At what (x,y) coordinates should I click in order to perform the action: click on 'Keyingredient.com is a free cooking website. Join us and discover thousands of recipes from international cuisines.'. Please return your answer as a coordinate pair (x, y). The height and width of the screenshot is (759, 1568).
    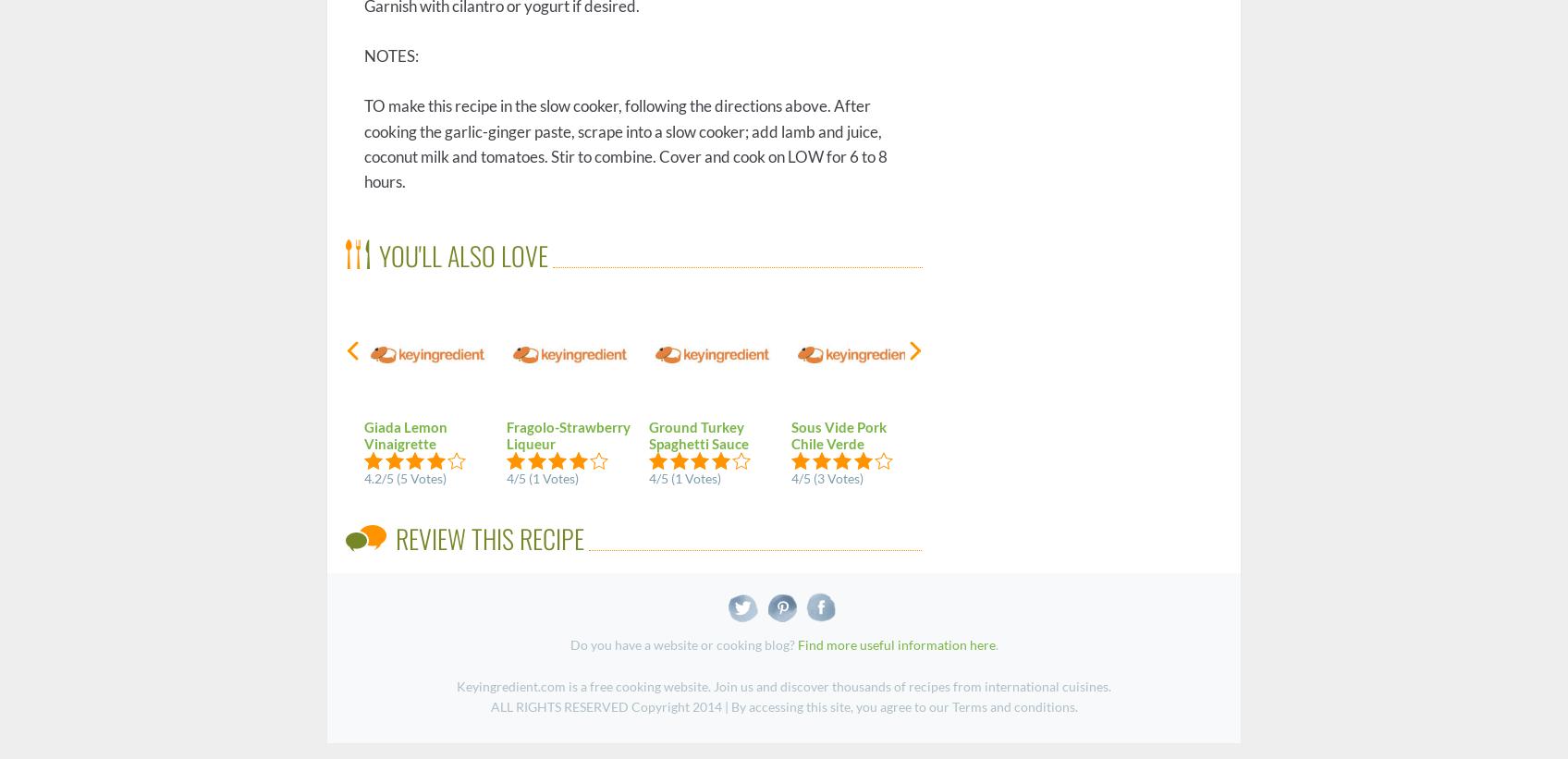
    Looking at the image, I should click on (784, 684).